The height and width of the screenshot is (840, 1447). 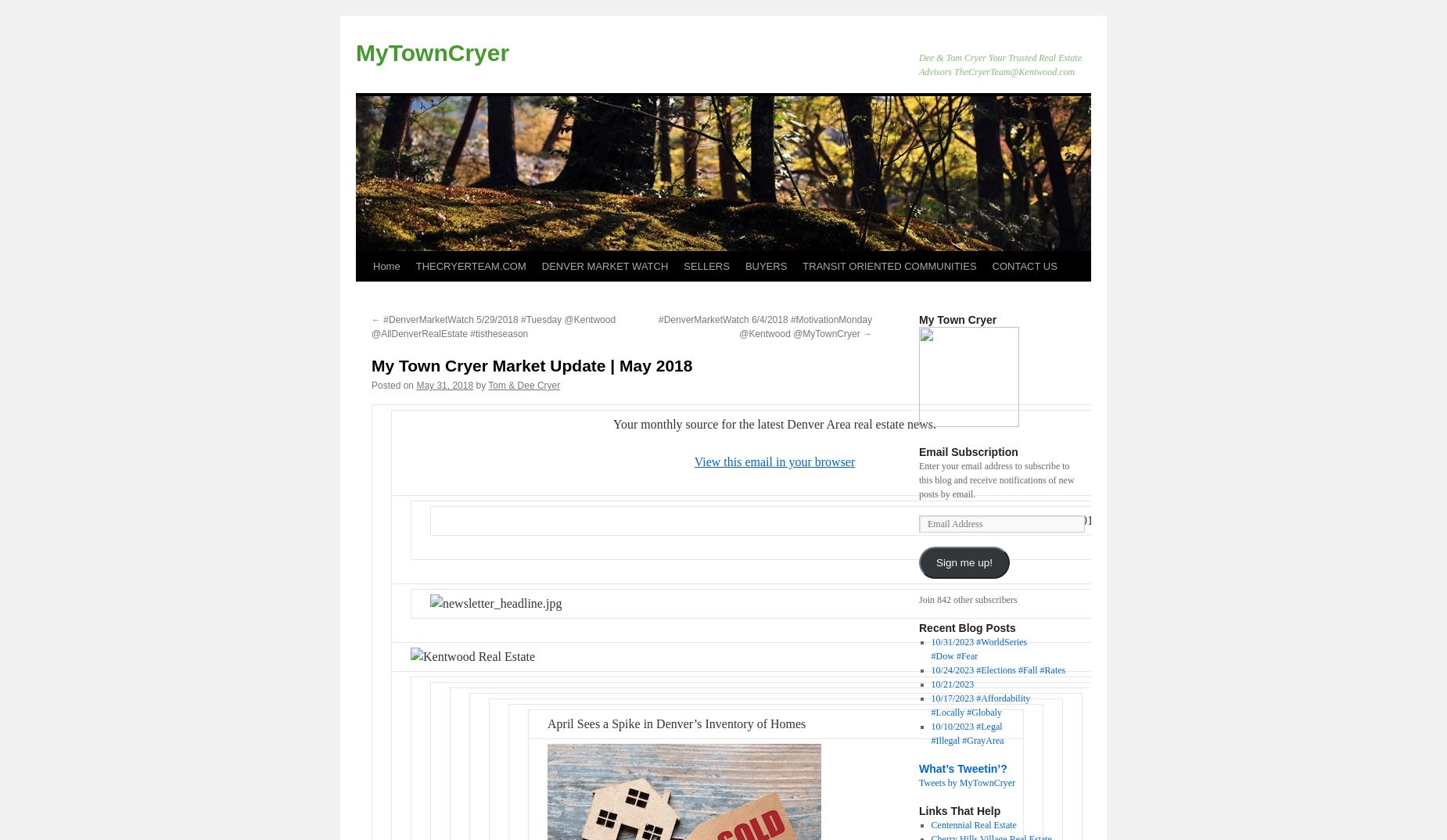 What do you see at coordinates (532, 364) in the screenshot?
I see `'My Town Cryer Market Update | May 2018'` at bounding box center [532, 364].